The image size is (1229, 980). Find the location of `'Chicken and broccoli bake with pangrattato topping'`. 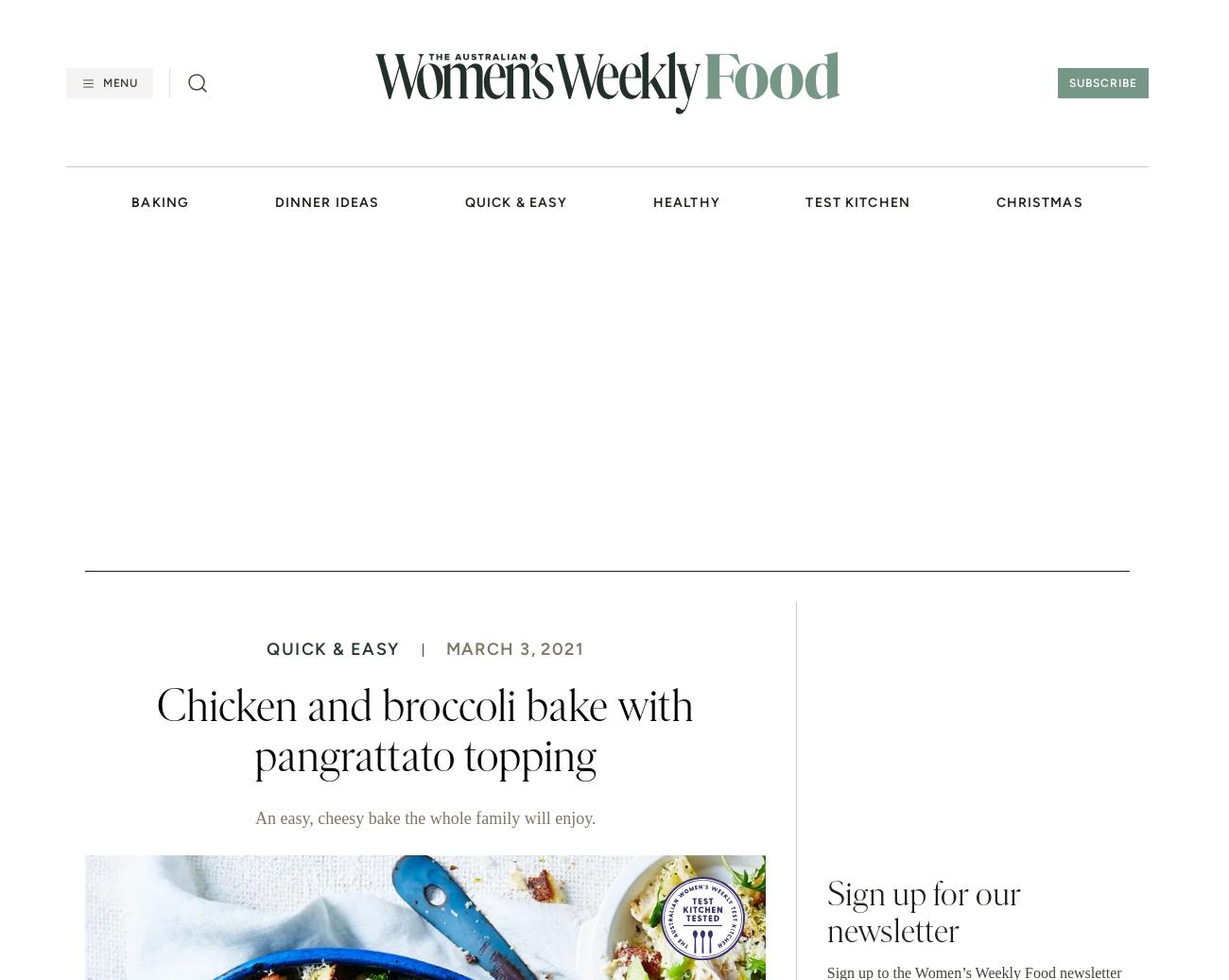

'Chicken and broccoli bake with pangrattato topping' is located at coordinates (424, 731).